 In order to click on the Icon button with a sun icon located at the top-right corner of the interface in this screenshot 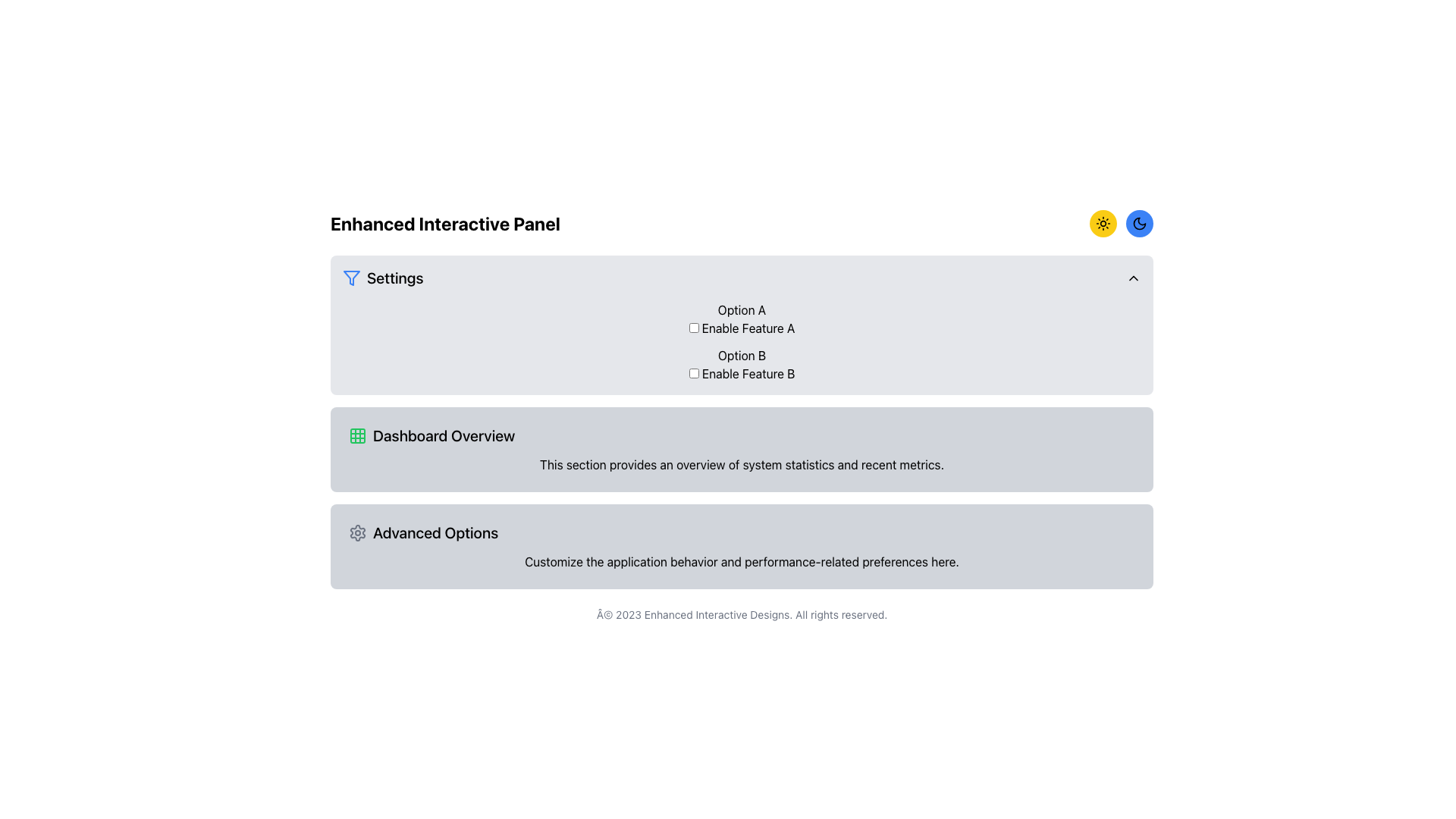, I will do `click(1103, 223)`.